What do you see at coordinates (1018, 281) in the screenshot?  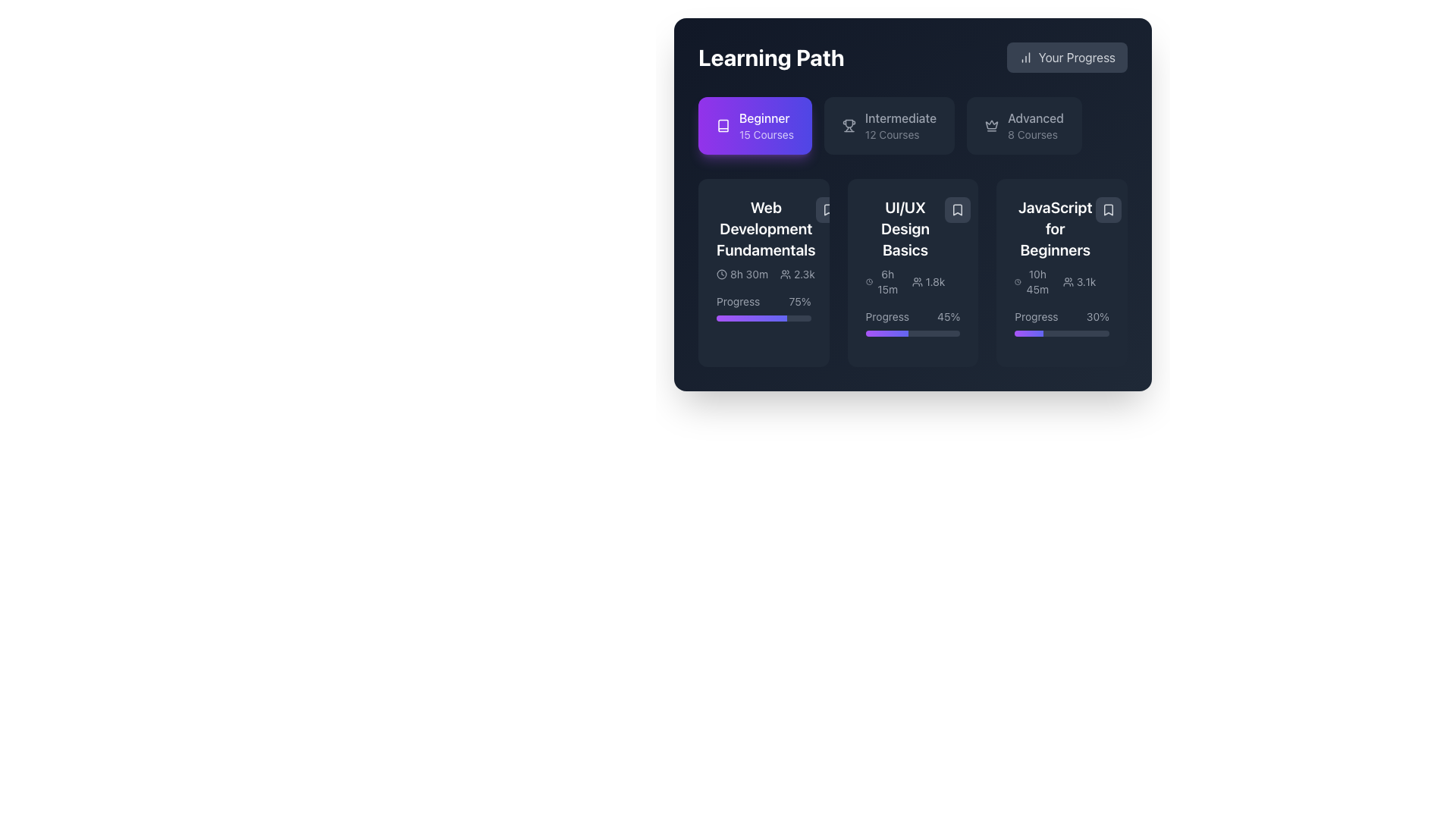 I see `the clock icon representing time-related information, located to the left of the text '10h 45m' within the 'JavaScript for Beginners' card` at bounding box center [1018, 281].